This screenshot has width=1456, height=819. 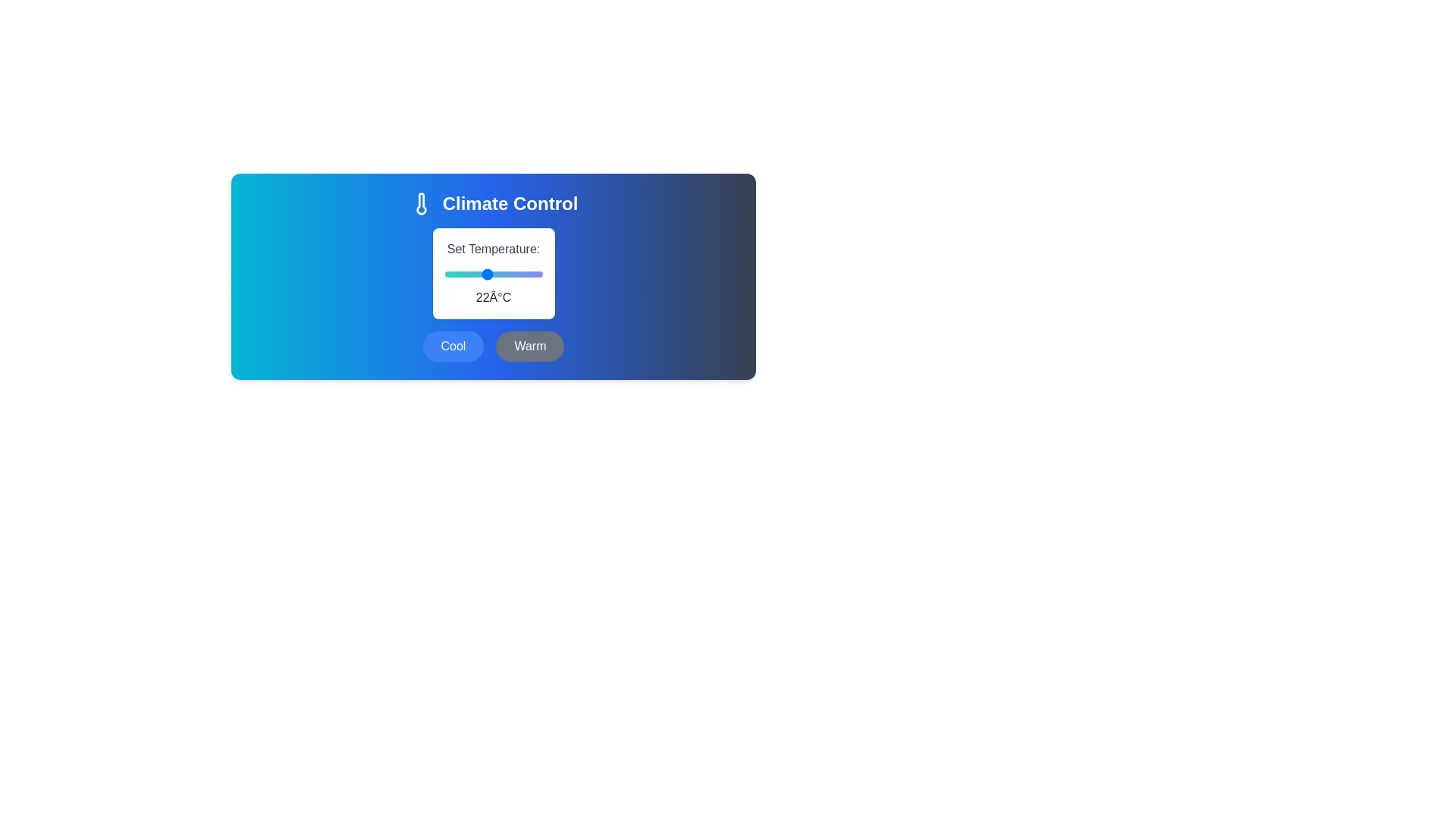 What do you see at coordinates (444, 275) in the screenshot?
I see `the desired temperature` at bounding box center [444, 275].